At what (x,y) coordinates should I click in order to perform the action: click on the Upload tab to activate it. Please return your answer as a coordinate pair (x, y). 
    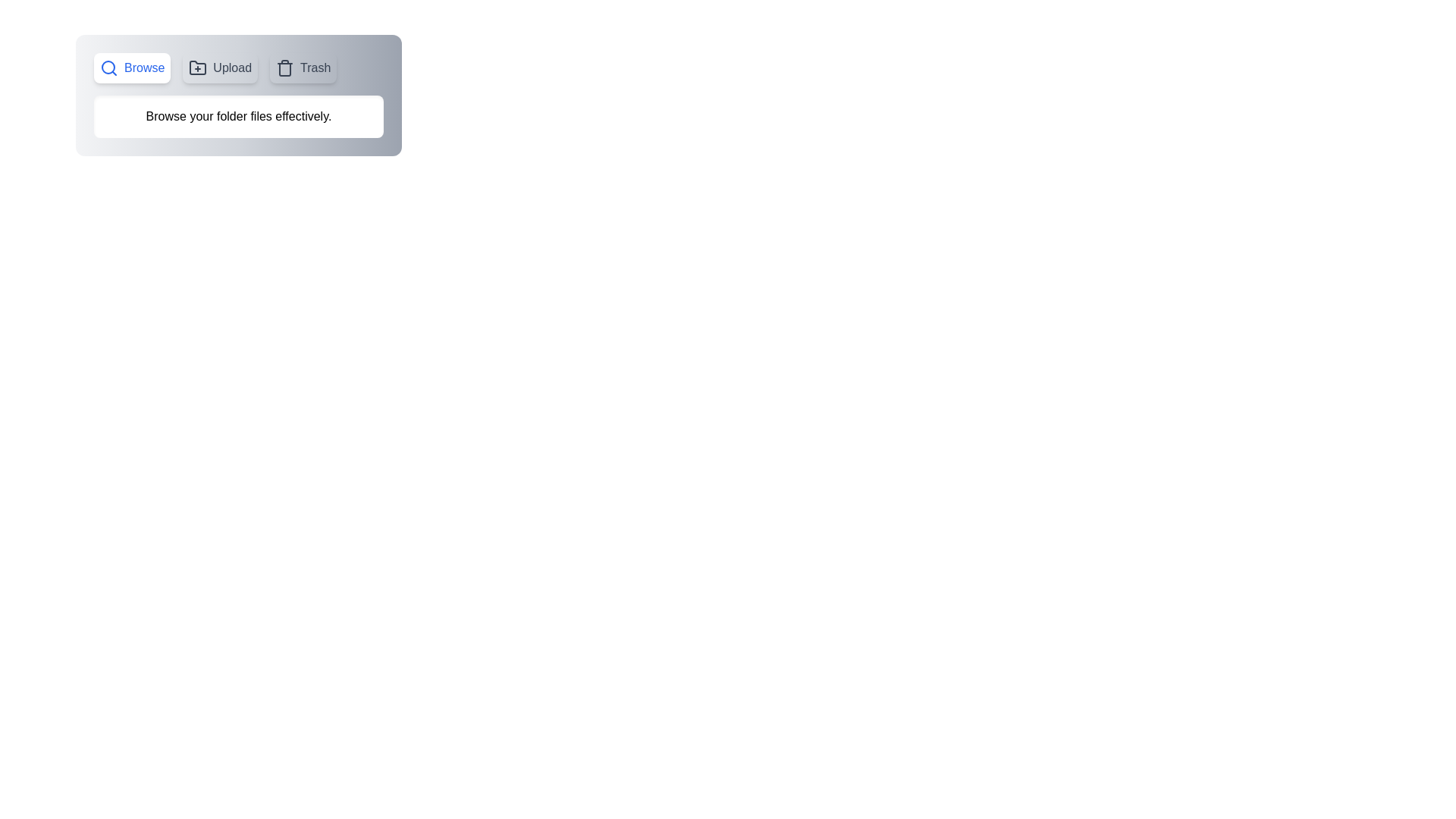
    Looking at the image, I should click on (219, 67).